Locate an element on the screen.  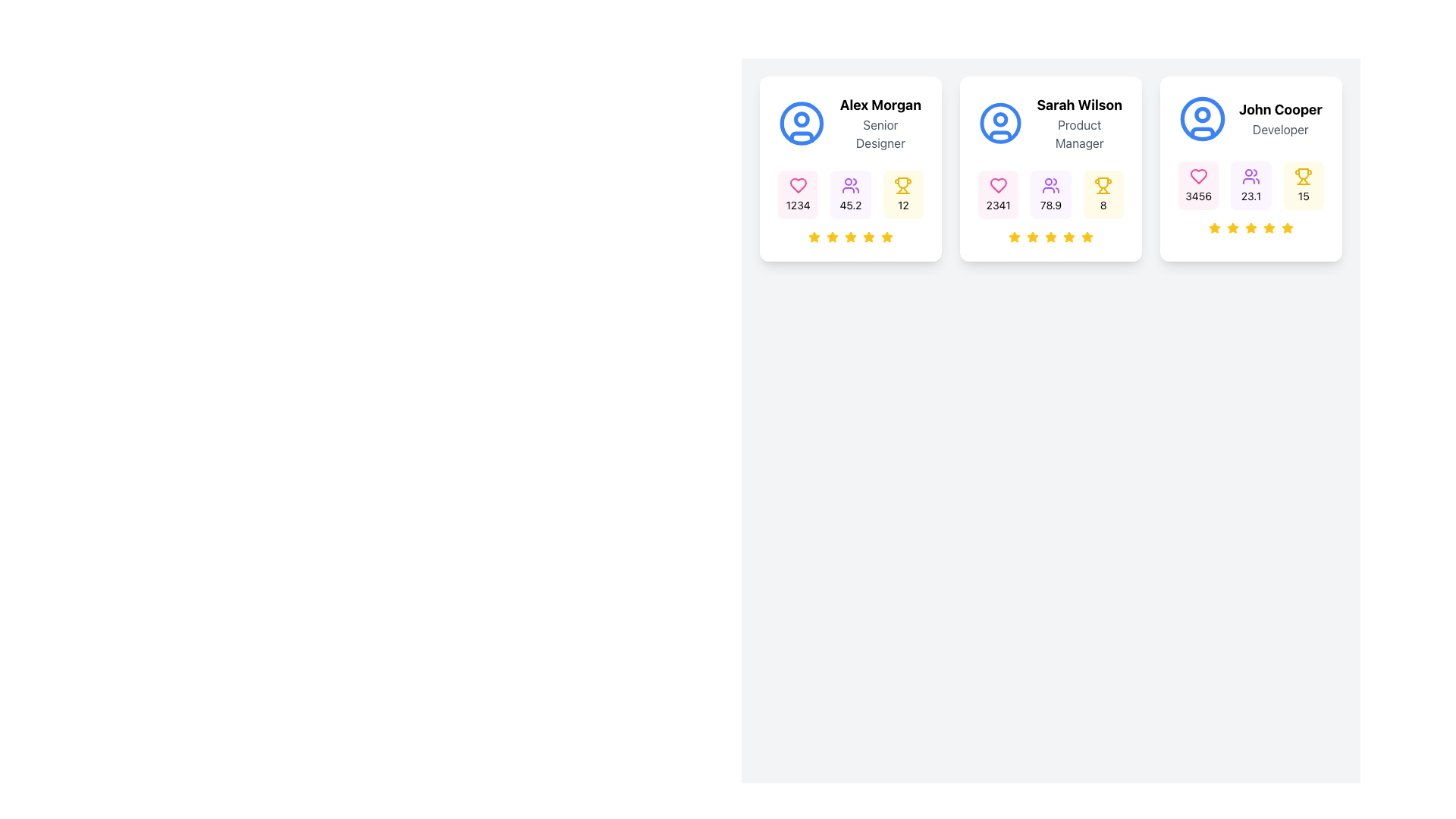
the Profile Card that serves as a profile summary, displaying the user's name, role, statistics, and rating, located at the rightmost end of the row in the grid layout is located at coordinates (1251, 169).